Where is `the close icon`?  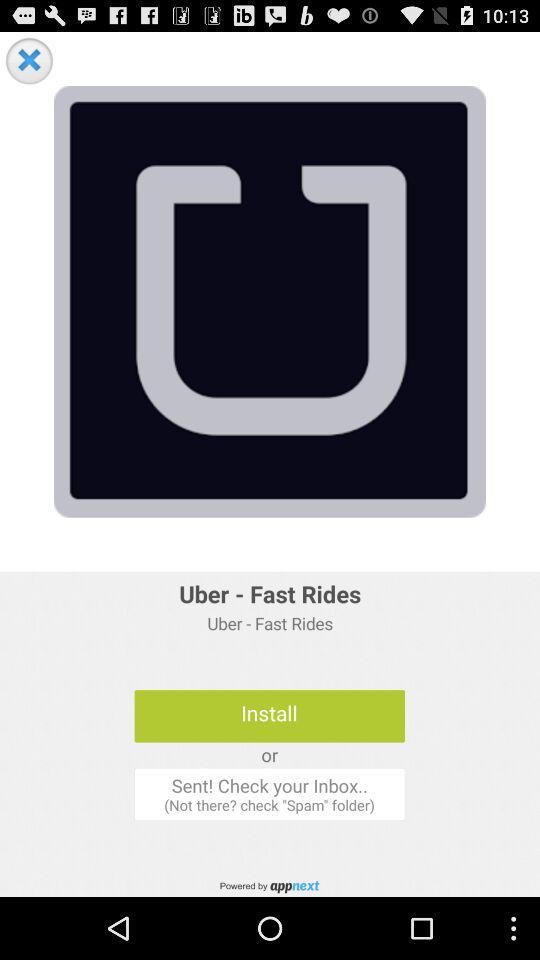
the close icon is located at coordinates (28, 65).